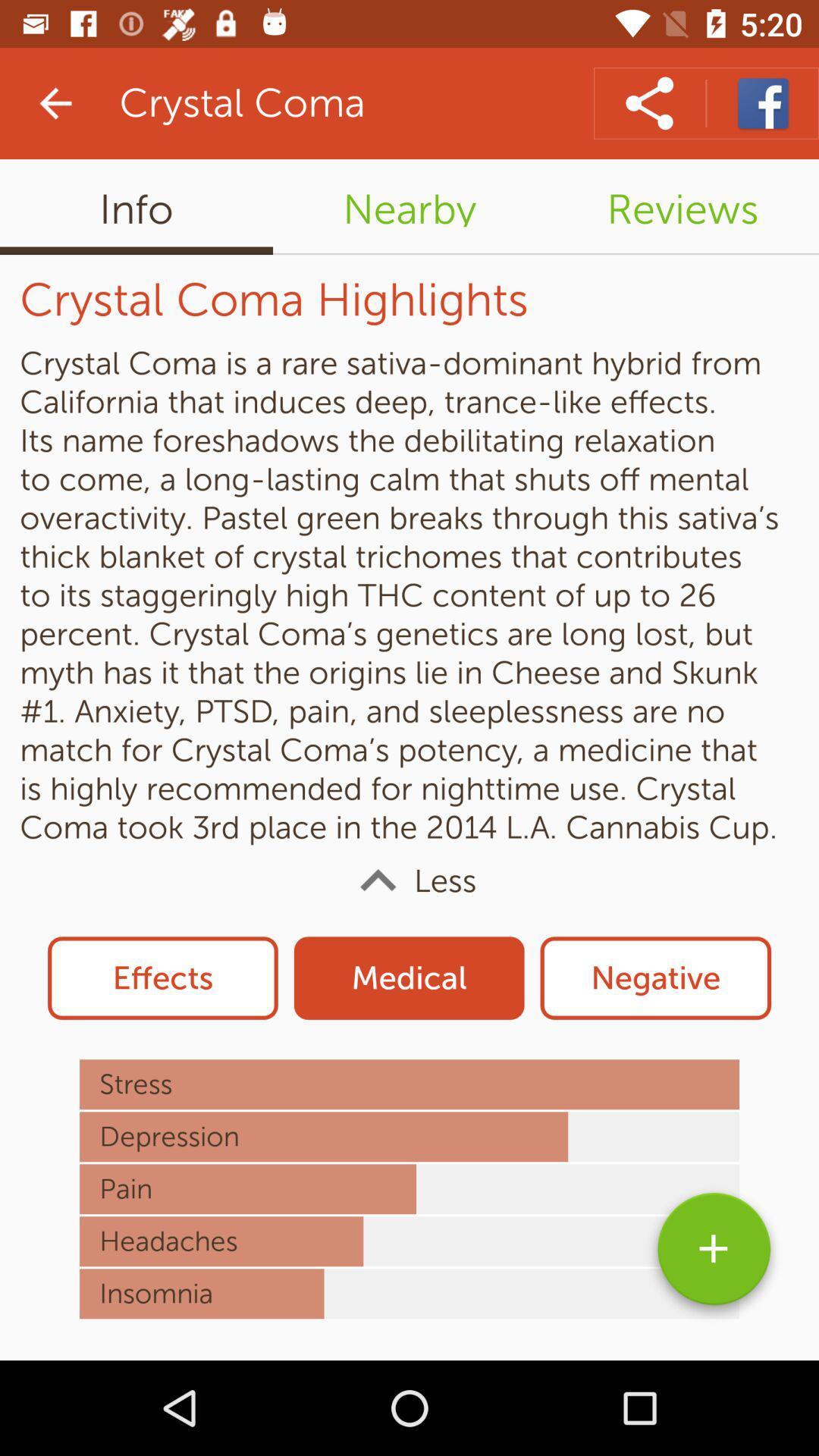 This screenshot has width=819, height=1456. What do you see at coordinates (681, 206) in the screenshot?
I see `reviews` at bounding box center [681, 206].